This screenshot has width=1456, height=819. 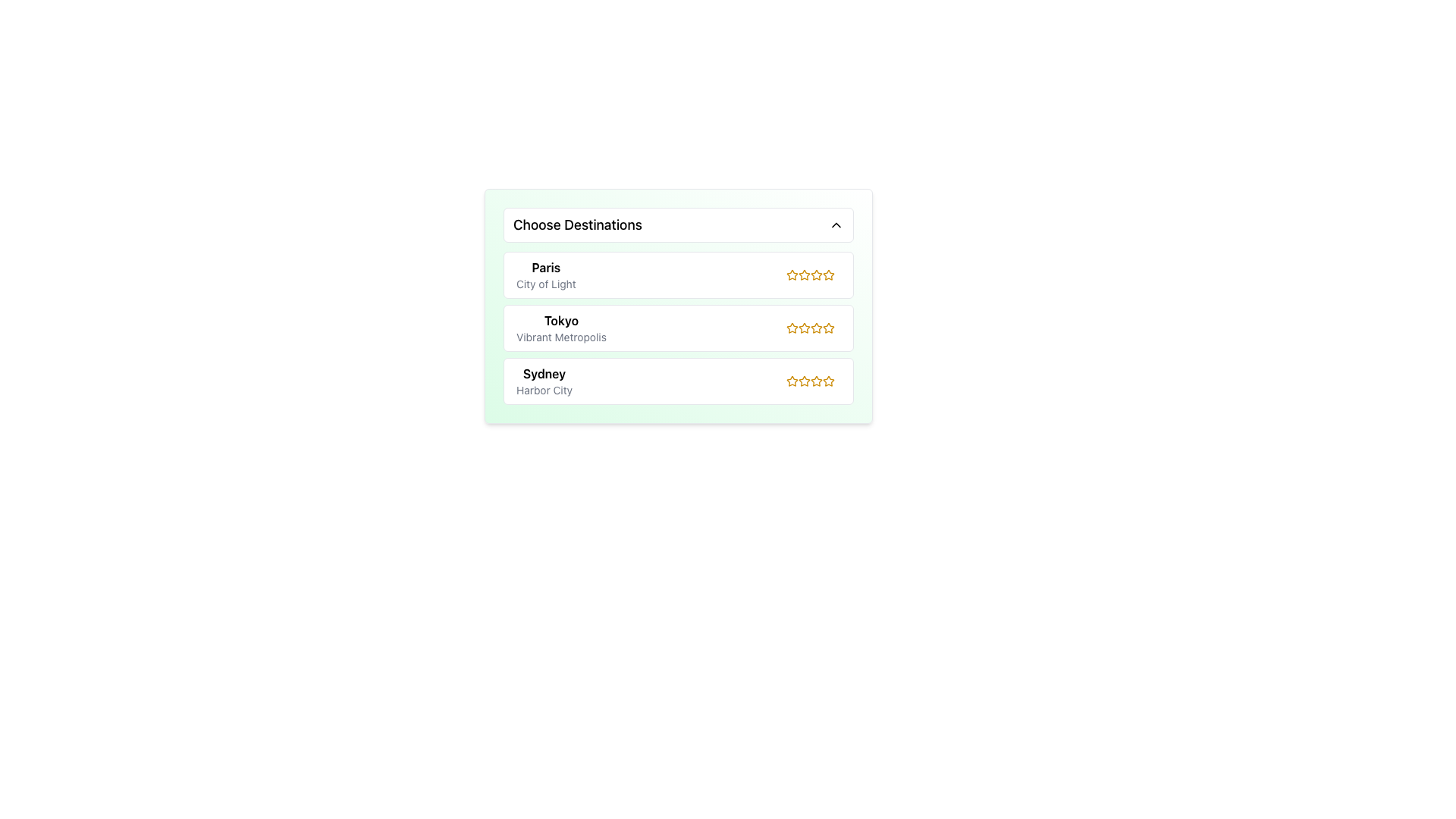 I want to click on the third star icon in the rating input for 'Paris - City of Light' to assign a rating, so click(x=803, y=275).